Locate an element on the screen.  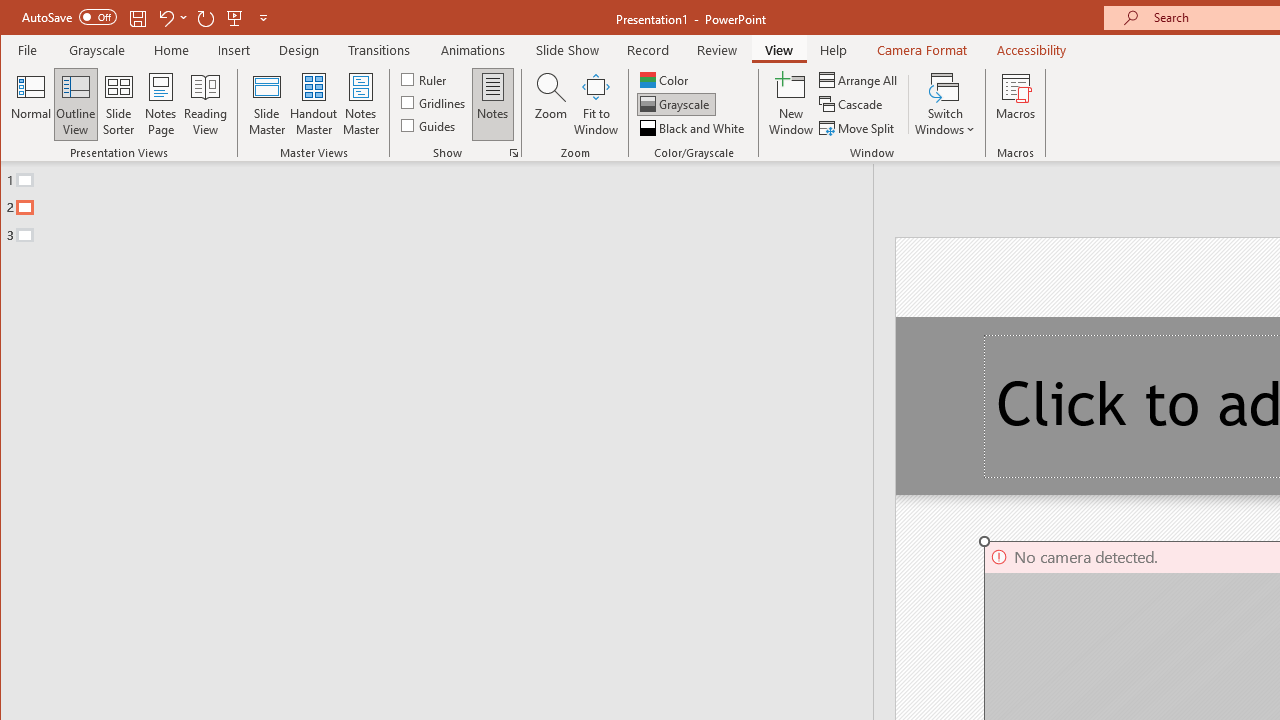
'New Window' is located at coordinates (790, 104).